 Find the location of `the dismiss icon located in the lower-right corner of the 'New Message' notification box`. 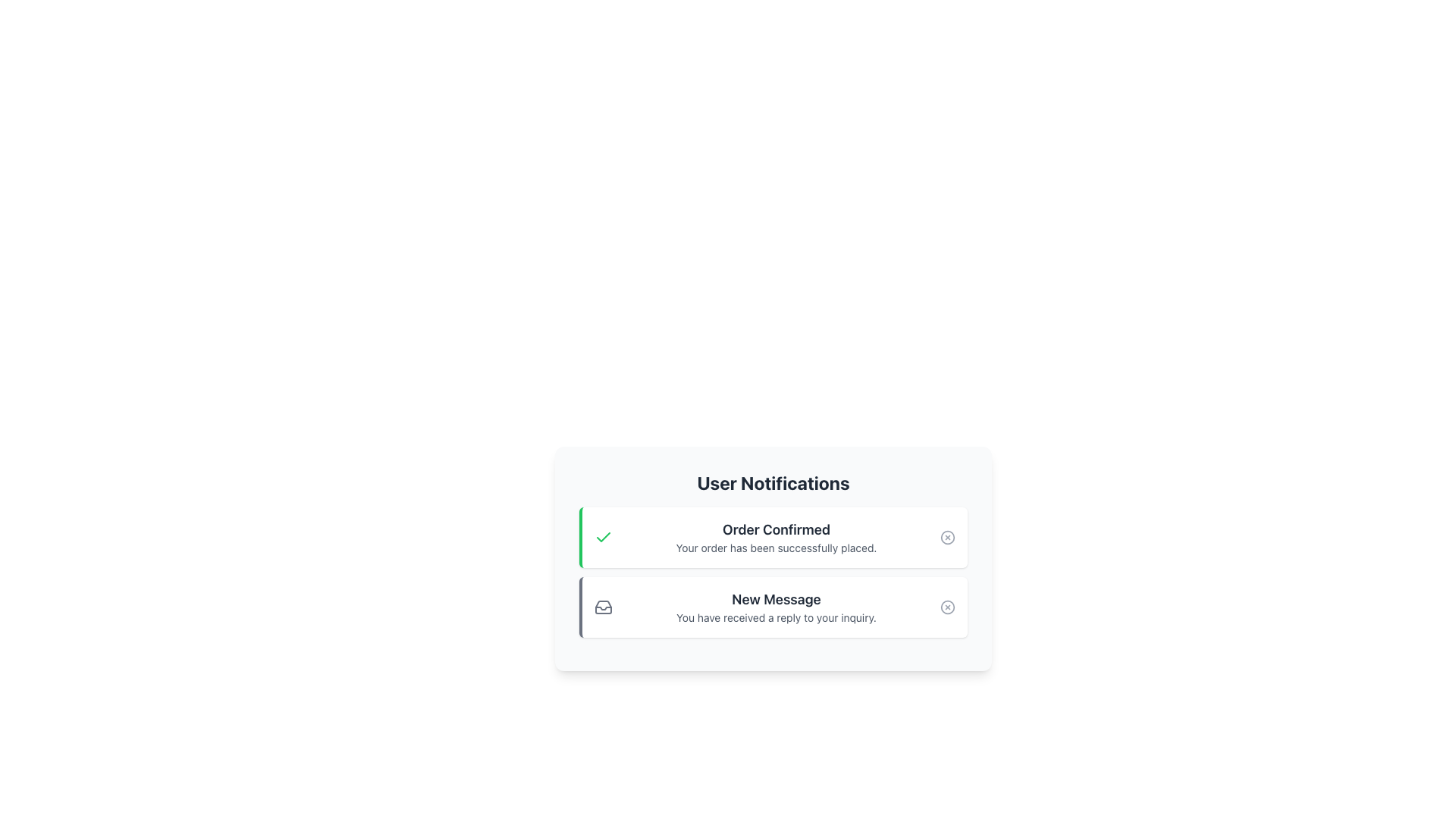

the dismiss icon located in the lower-right corner of the 'New Message' notification box is located at coordinates (946, 607).